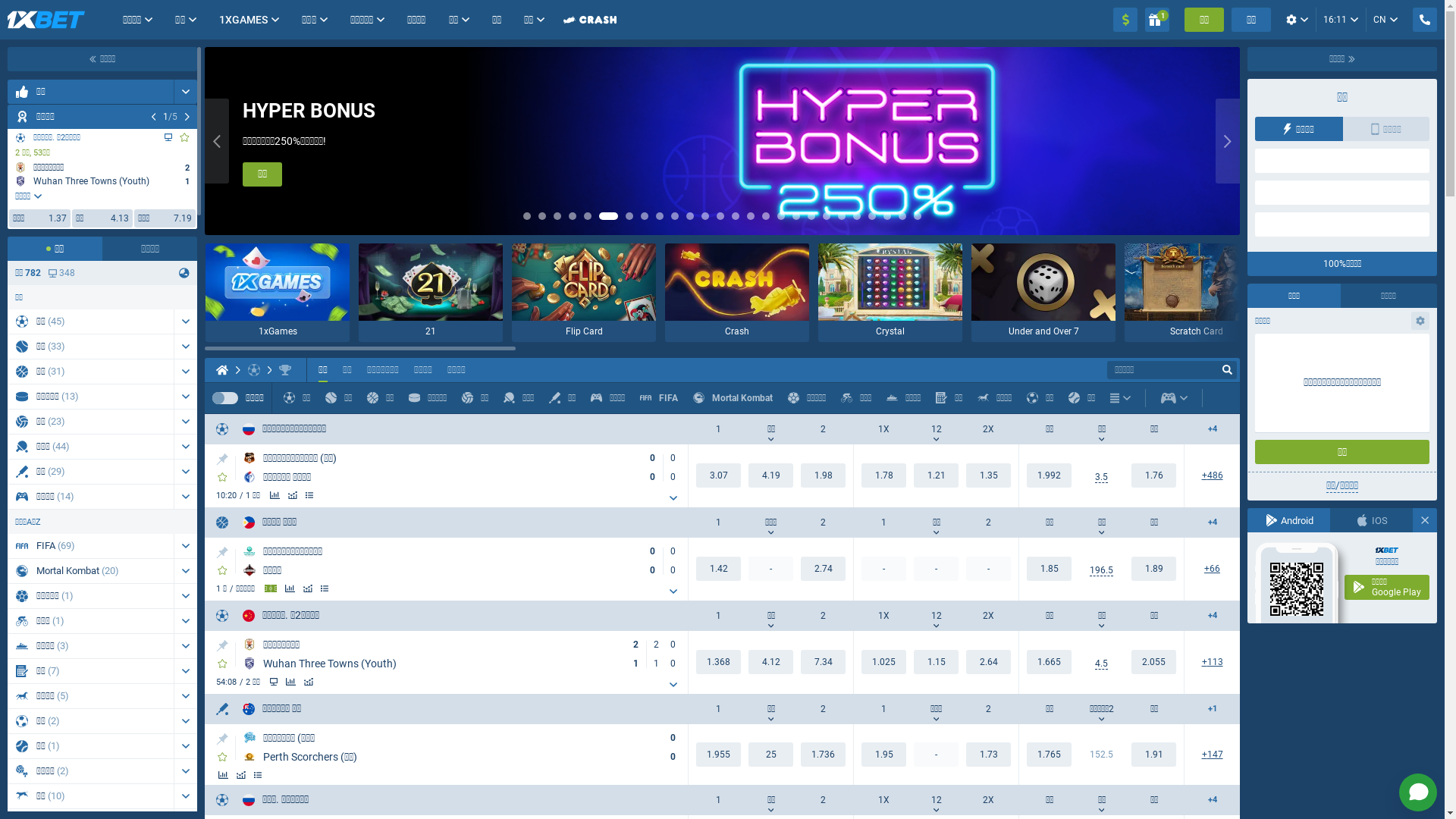 Image resolution: width=1456 pixels, height=819 pixels. Describe the element at coordinates (1048, 755) in the screenshot. I see `'1.765'` at that location.